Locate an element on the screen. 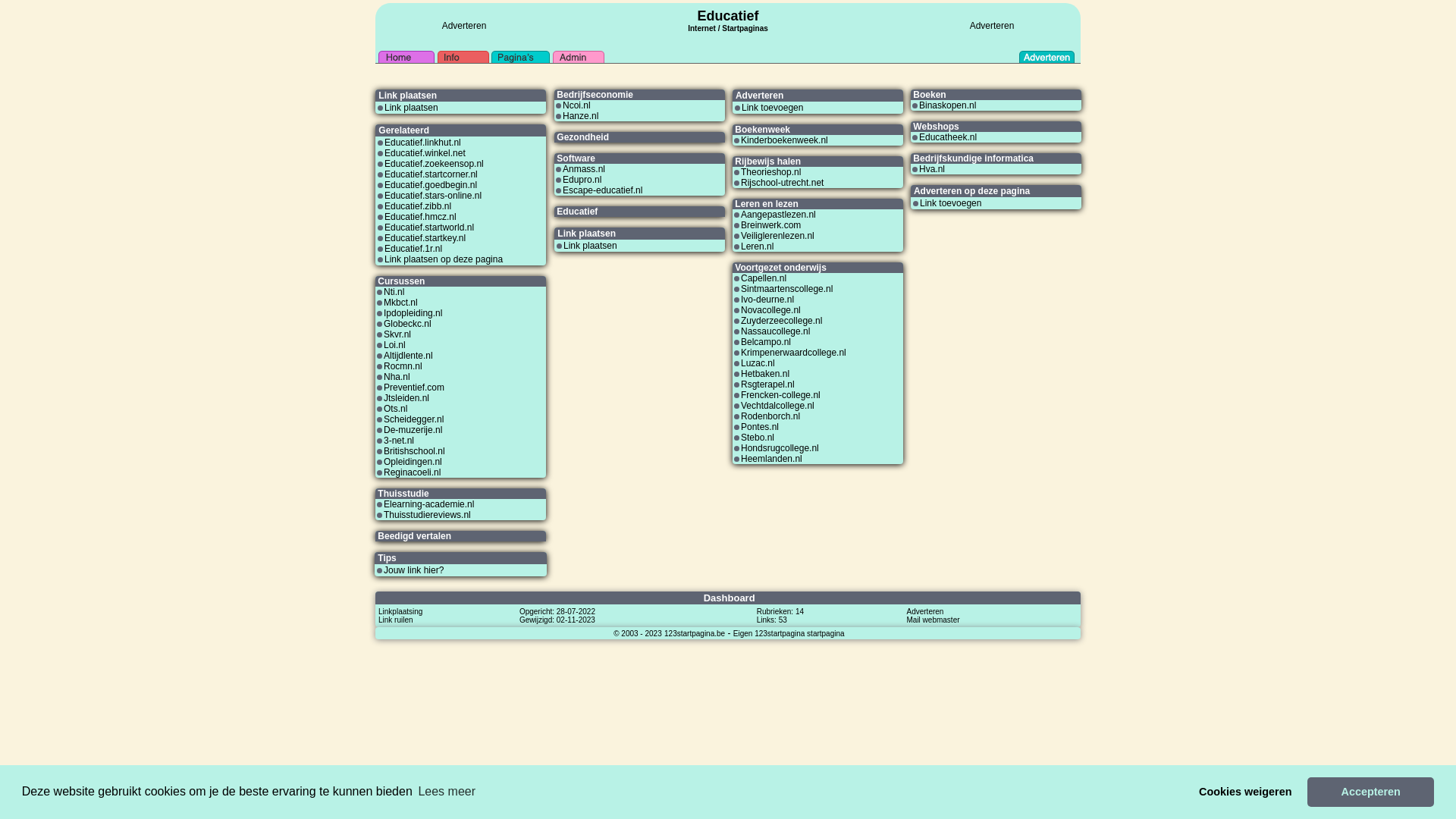 This screenshot has width=1456, height=819. 'Loi.nl' is located at coordinates (383, 345).